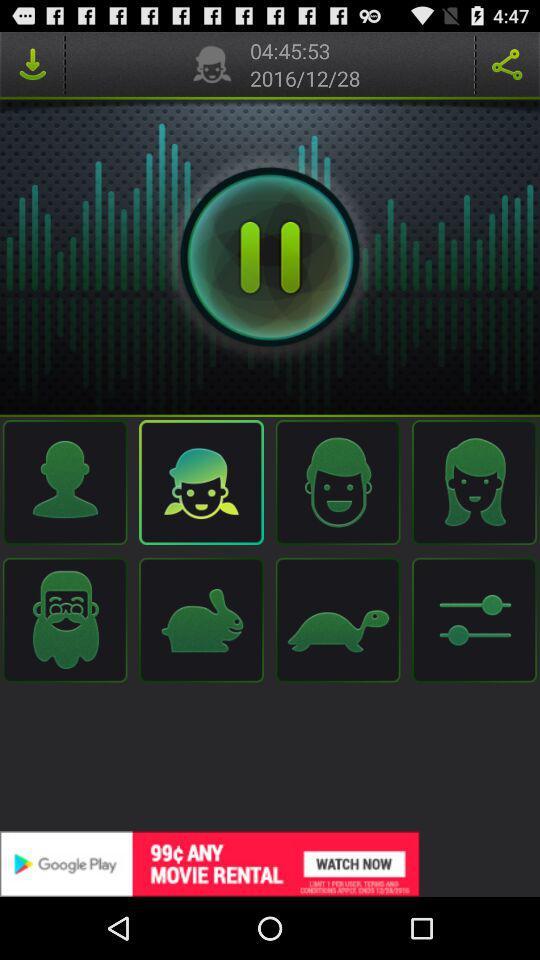 The image size is (540, 960). Describe the element at coordinates (270, 256) in the screenshot. I see `audio play` at that location.